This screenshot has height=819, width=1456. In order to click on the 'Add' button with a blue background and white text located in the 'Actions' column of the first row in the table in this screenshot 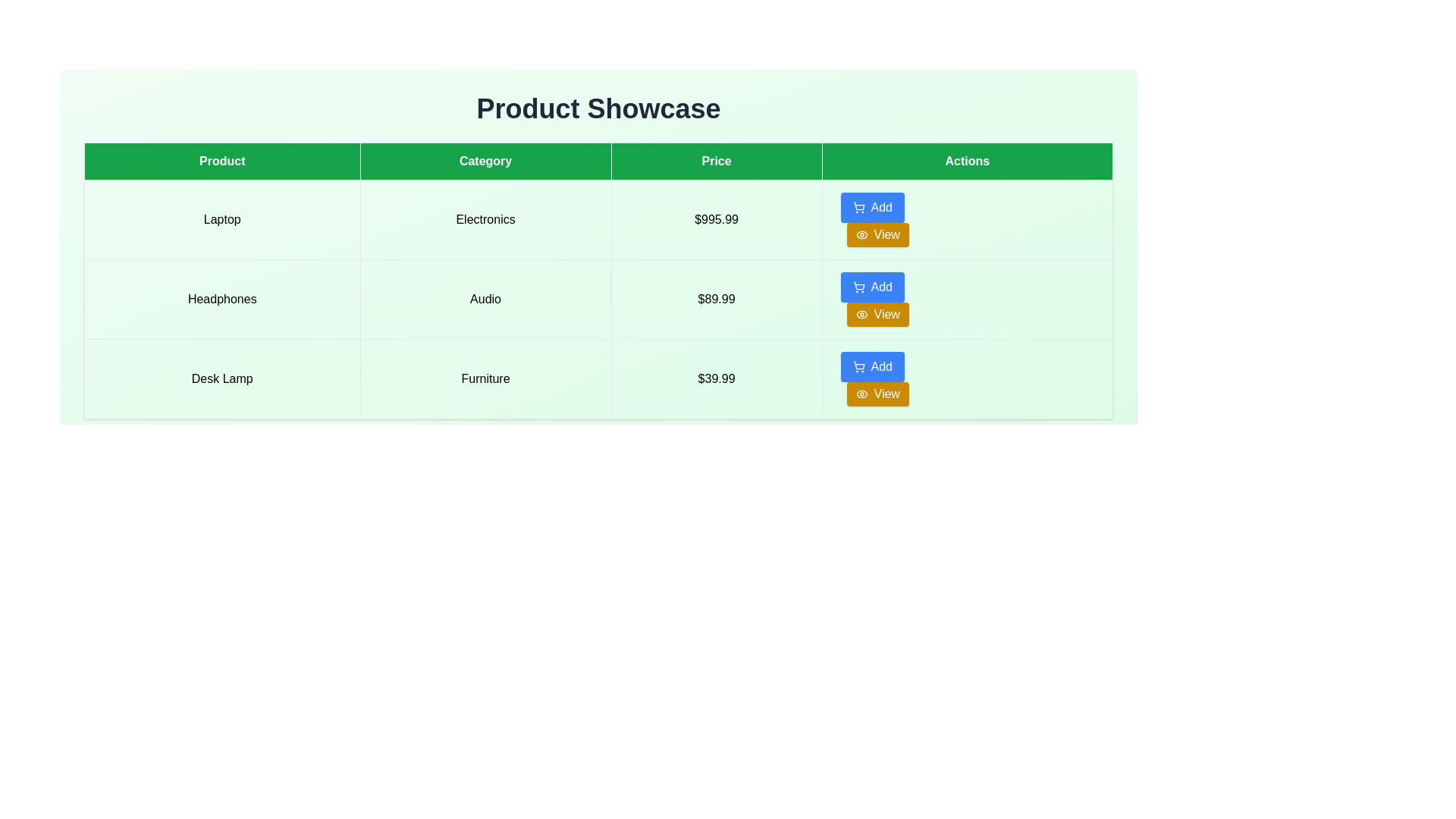, I will do `click(872, 207)`.